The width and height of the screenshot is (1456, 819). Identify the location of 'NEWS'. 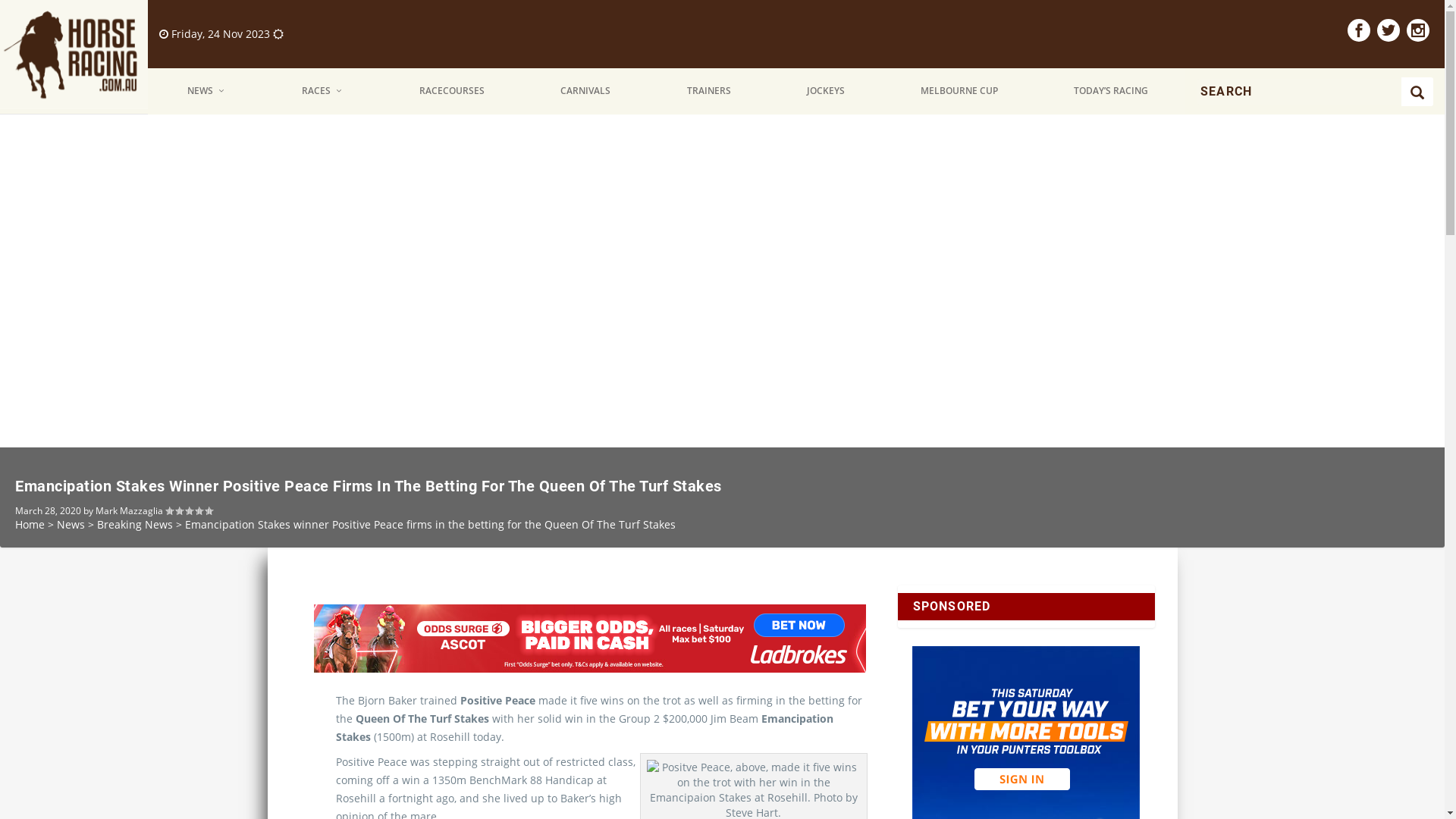
(206, 91).